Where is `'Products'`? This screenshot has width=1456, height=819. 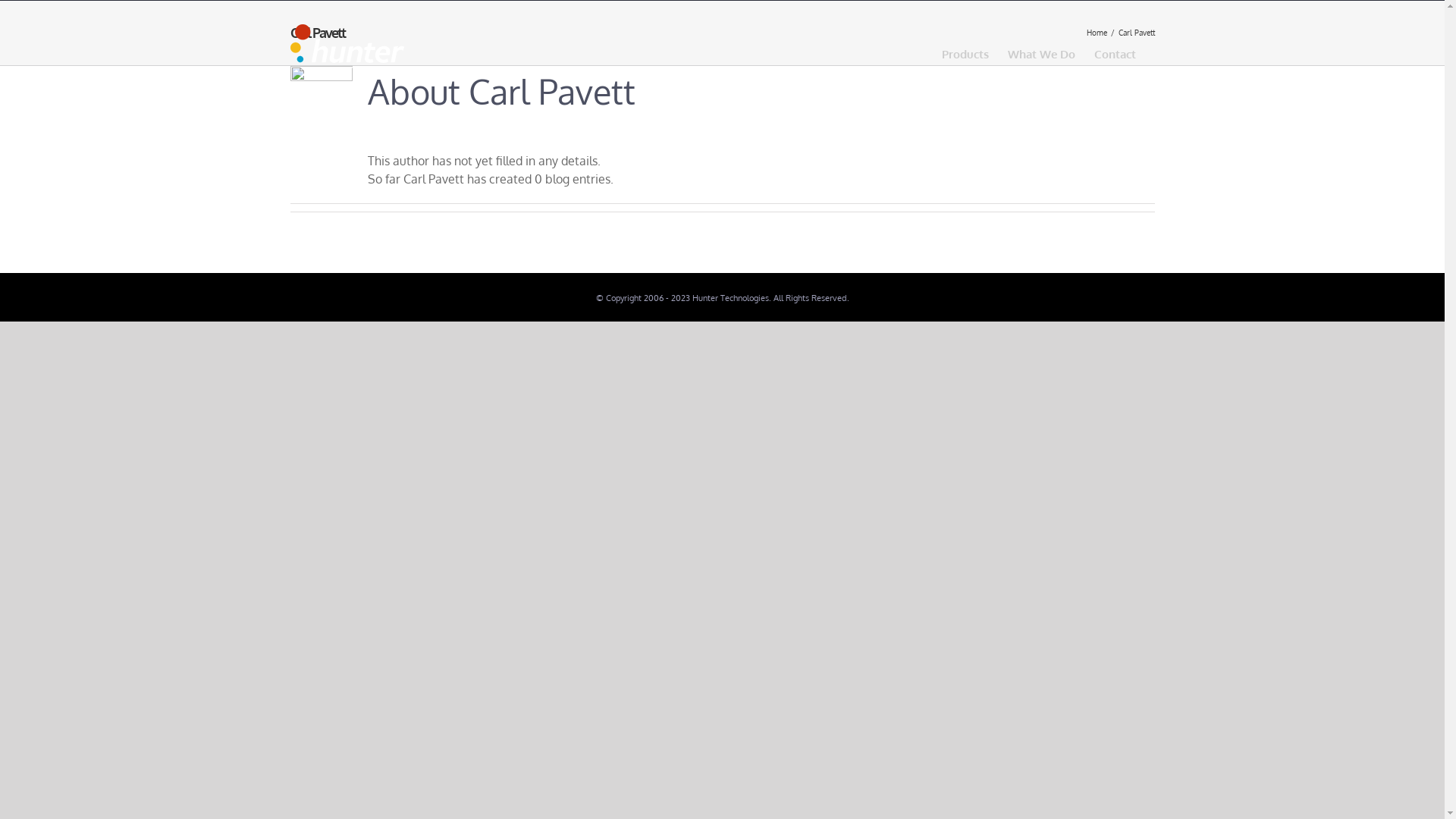
'Products' is located at coordinates (964, 52).